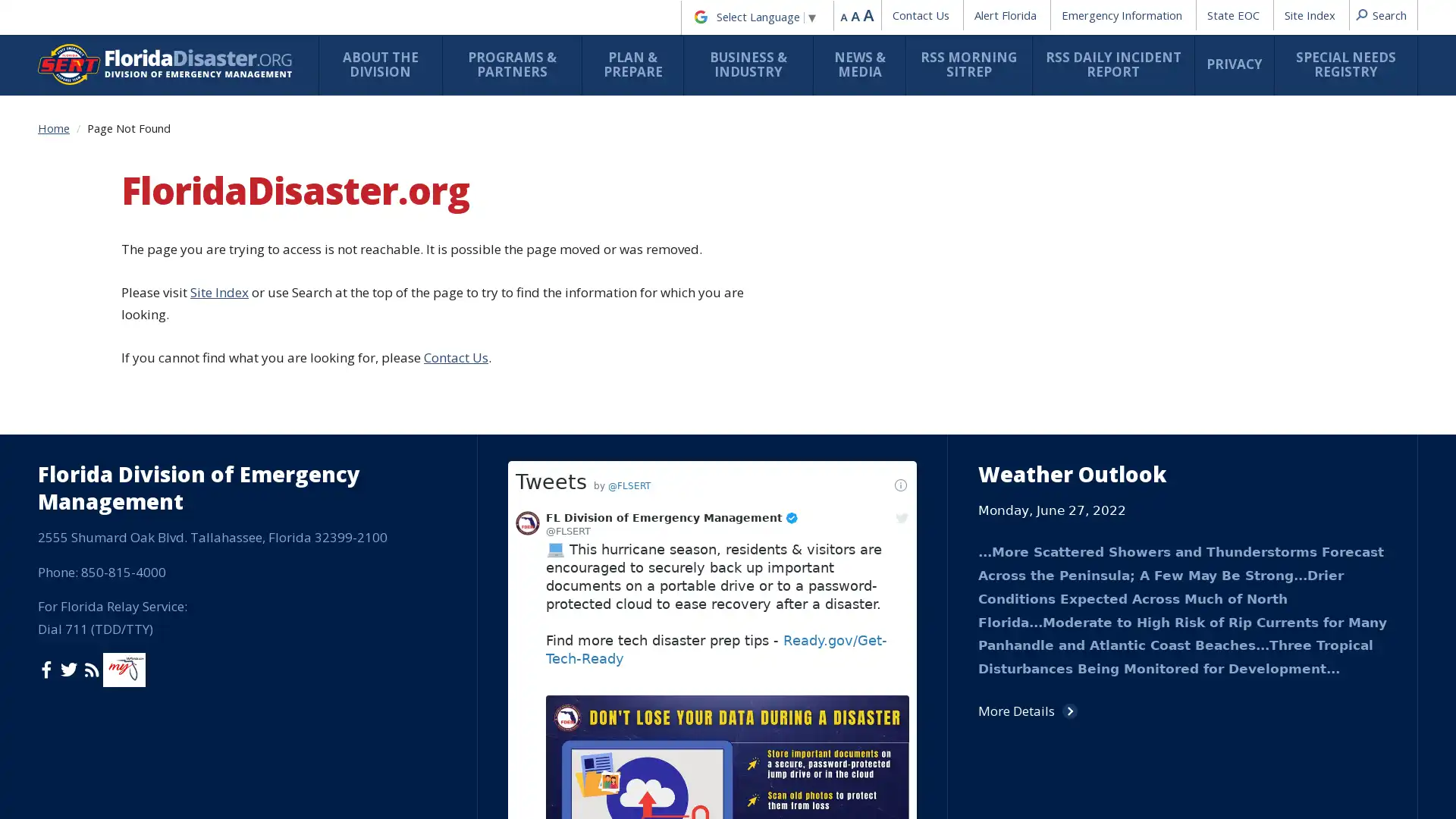 Image resolution: width=1456 pixels, height=819 pixels. I want to click on Toggle More, so click(760, 657).